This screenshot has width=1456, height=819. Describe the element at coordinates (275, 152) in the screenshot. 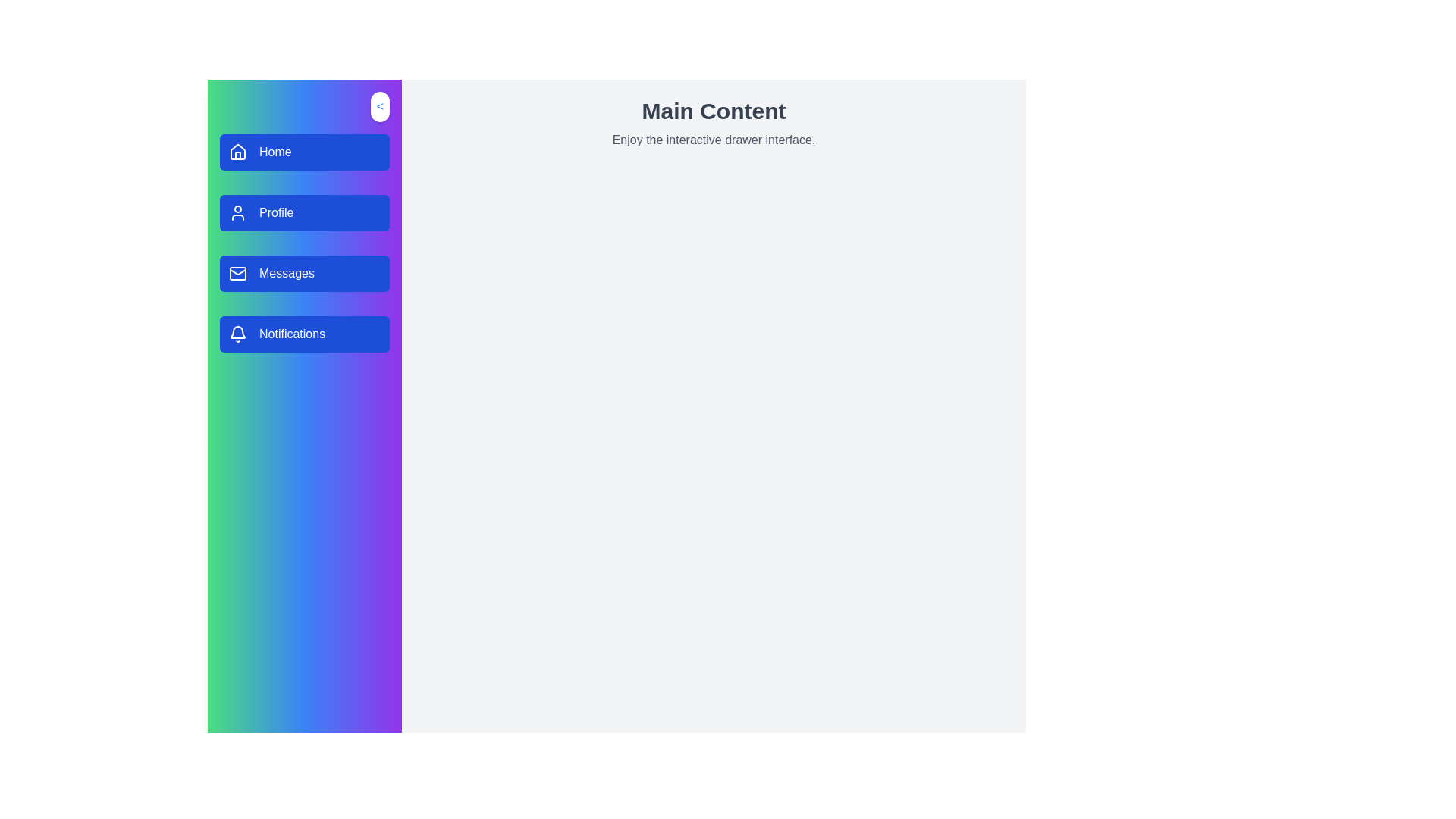

I see `text 'Home' displayed in a bold sans-serif font on the blue button in the vertical navigation menu located on the left pane of the interface` at that location.